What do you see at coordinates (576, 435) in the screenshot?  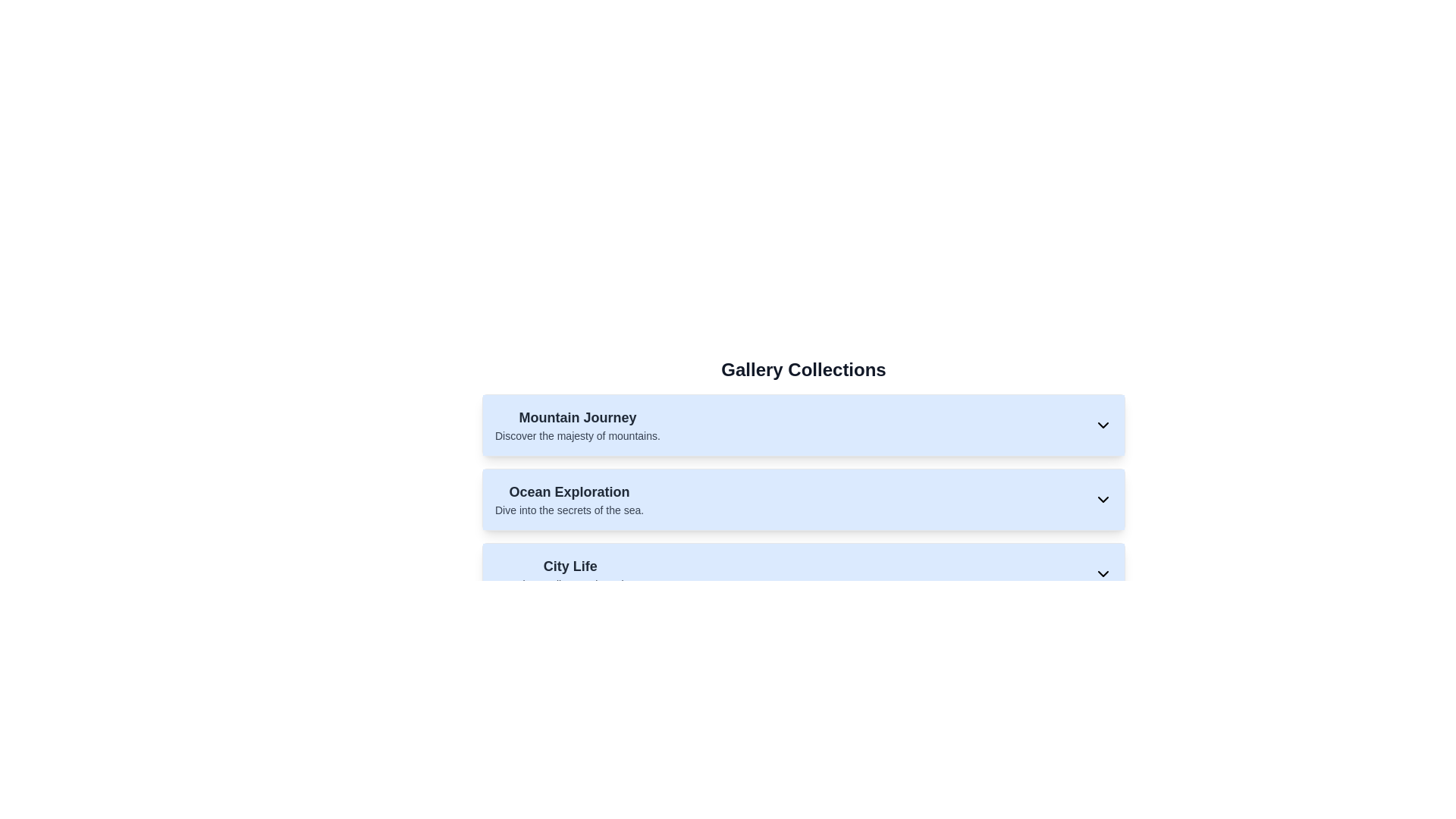 I see `the static text element that reads 'Discover the majesty of mountains.' located below the title 'Mountain Journey' on a light blue background` at bounding box center [576, 435].